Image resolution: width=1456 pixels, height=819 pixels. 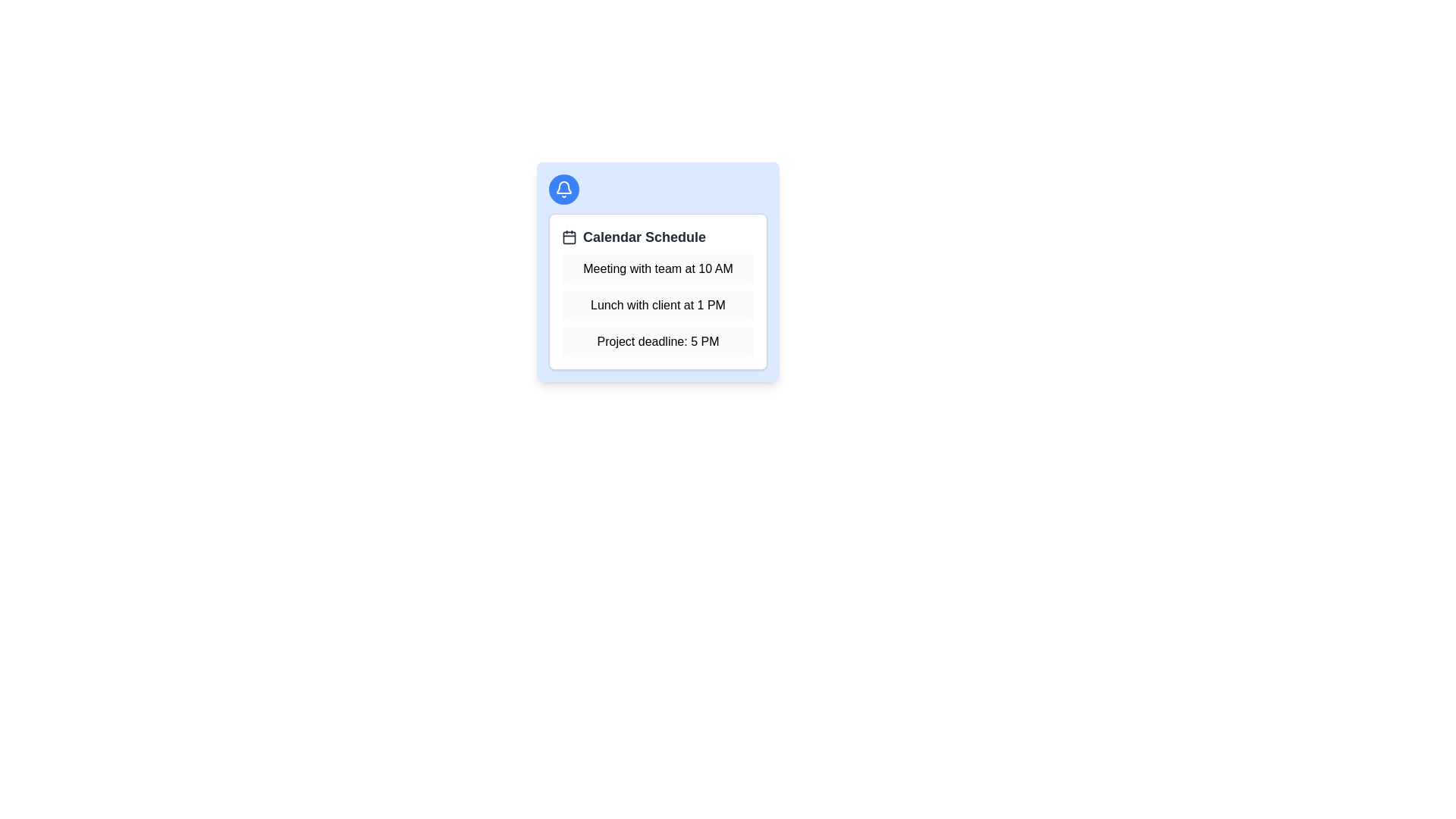 What do you see at coordinates (568, 237) in the screenshot?
I see `the small calendar icon, which is styled with a thin black outline and positioned to the left of the 'Calendar Schedule' text` at bounding box center [568, 237].